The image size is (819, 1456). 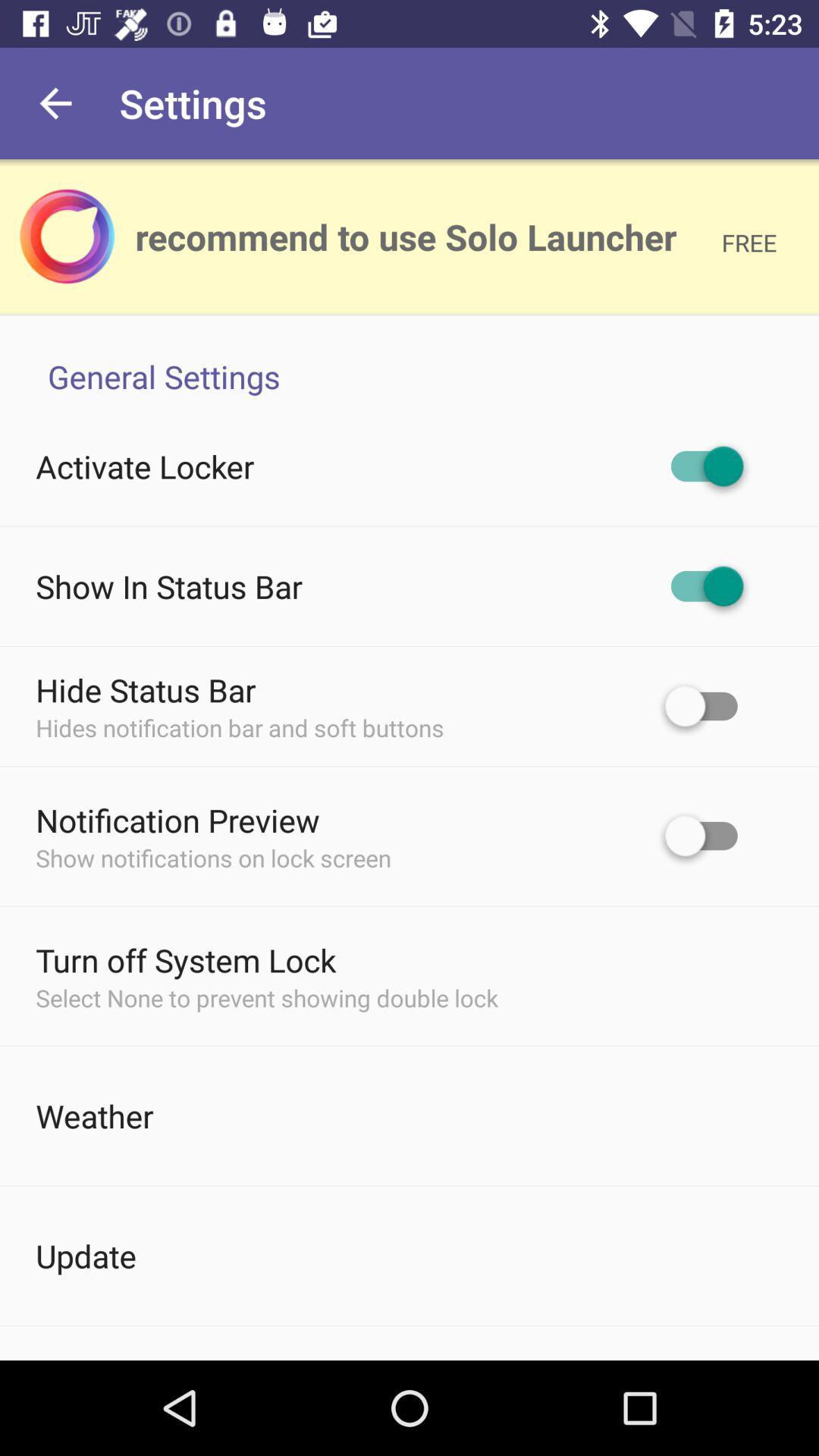 I want to click on icon to the left of the settings, so click(x=55, y=102).